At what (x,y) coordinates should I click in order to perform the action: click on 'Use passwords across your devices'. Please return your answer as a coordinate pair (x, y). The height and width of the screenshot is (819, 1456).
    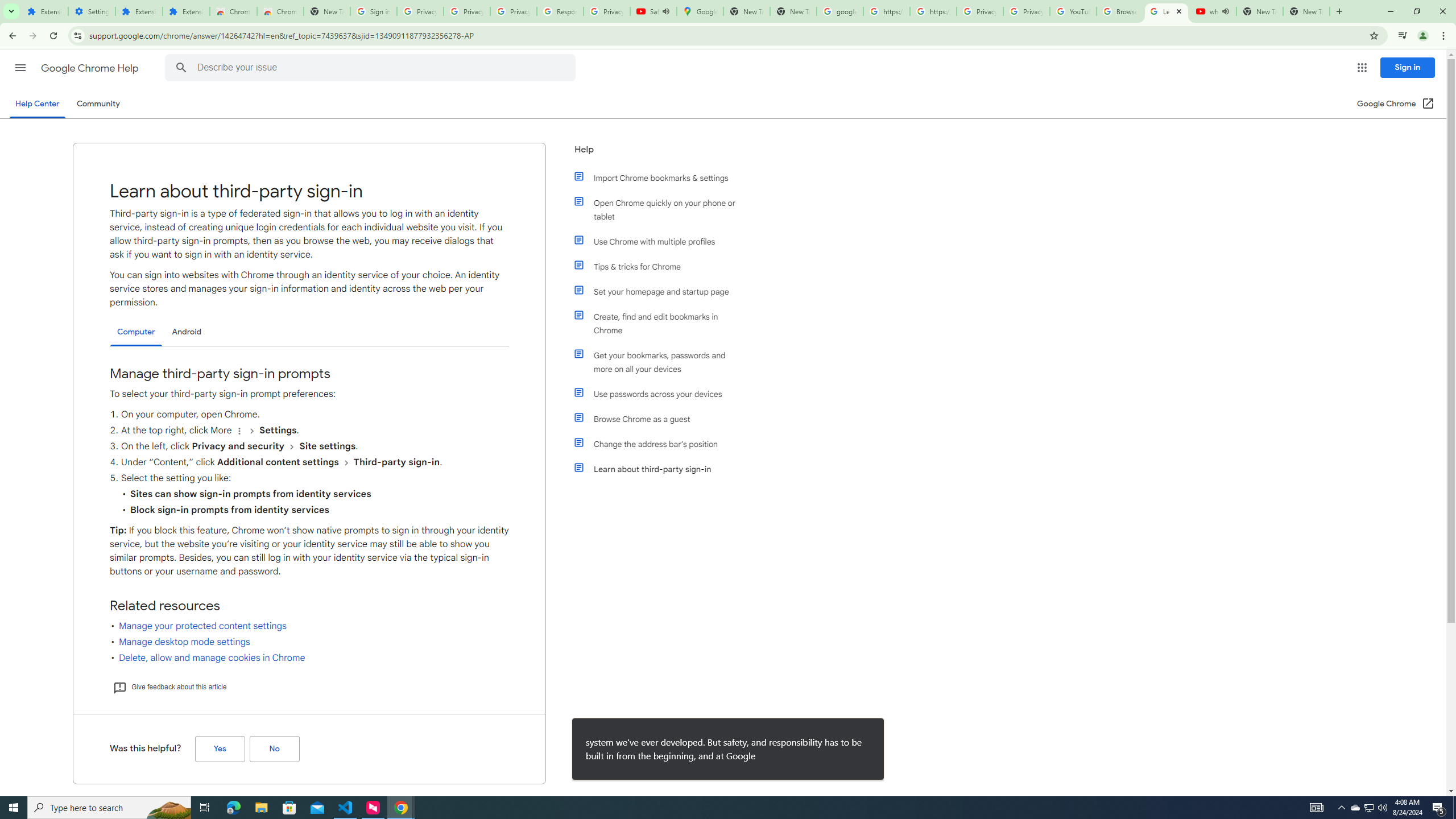
    Looking at the image, I should click on (661, 394).